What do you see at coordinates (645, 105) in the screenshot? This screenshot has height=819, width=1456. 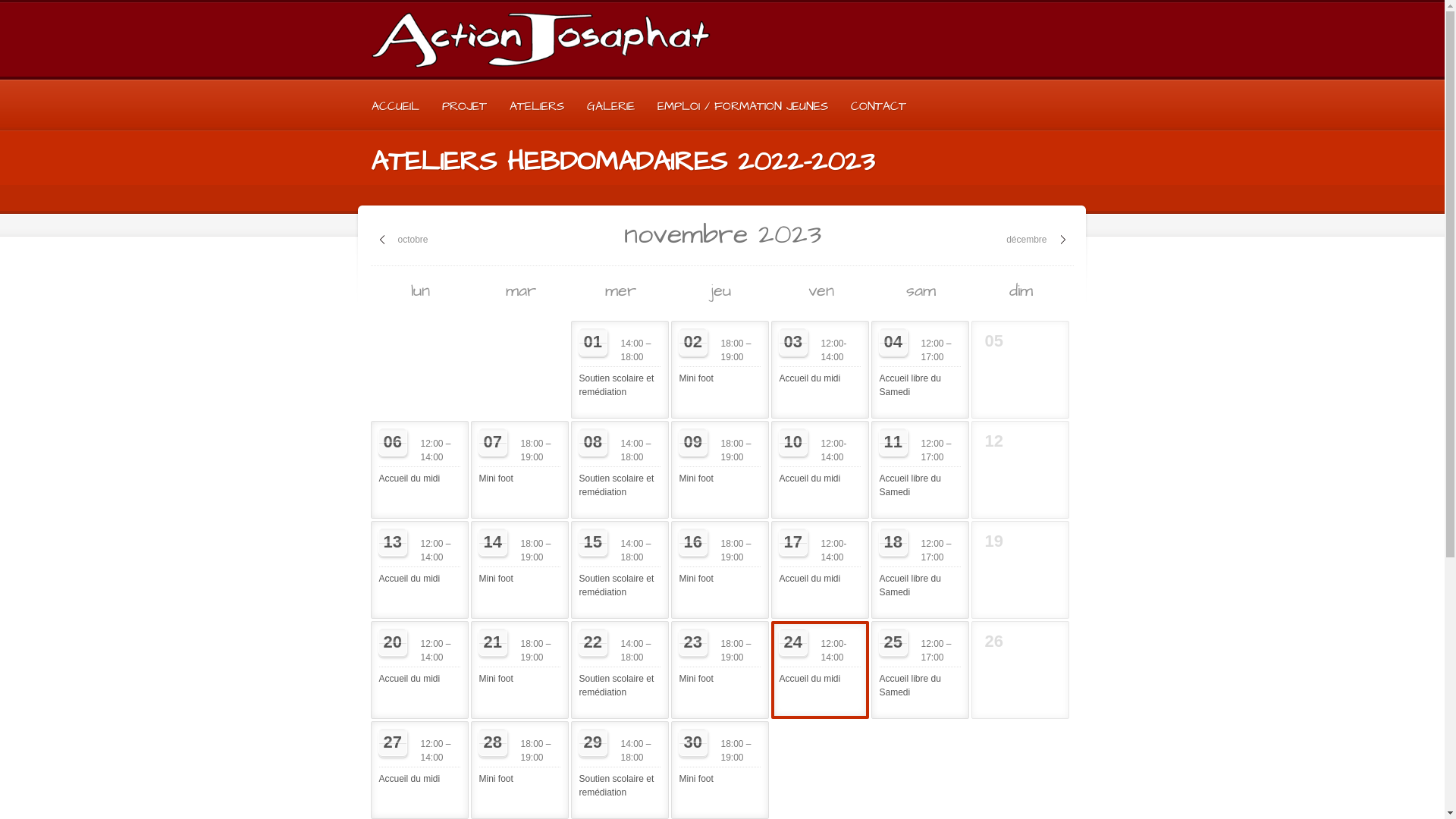 I see `'EMPLOI / FORMATION JEUNES'` at bounding box center [645, 105].